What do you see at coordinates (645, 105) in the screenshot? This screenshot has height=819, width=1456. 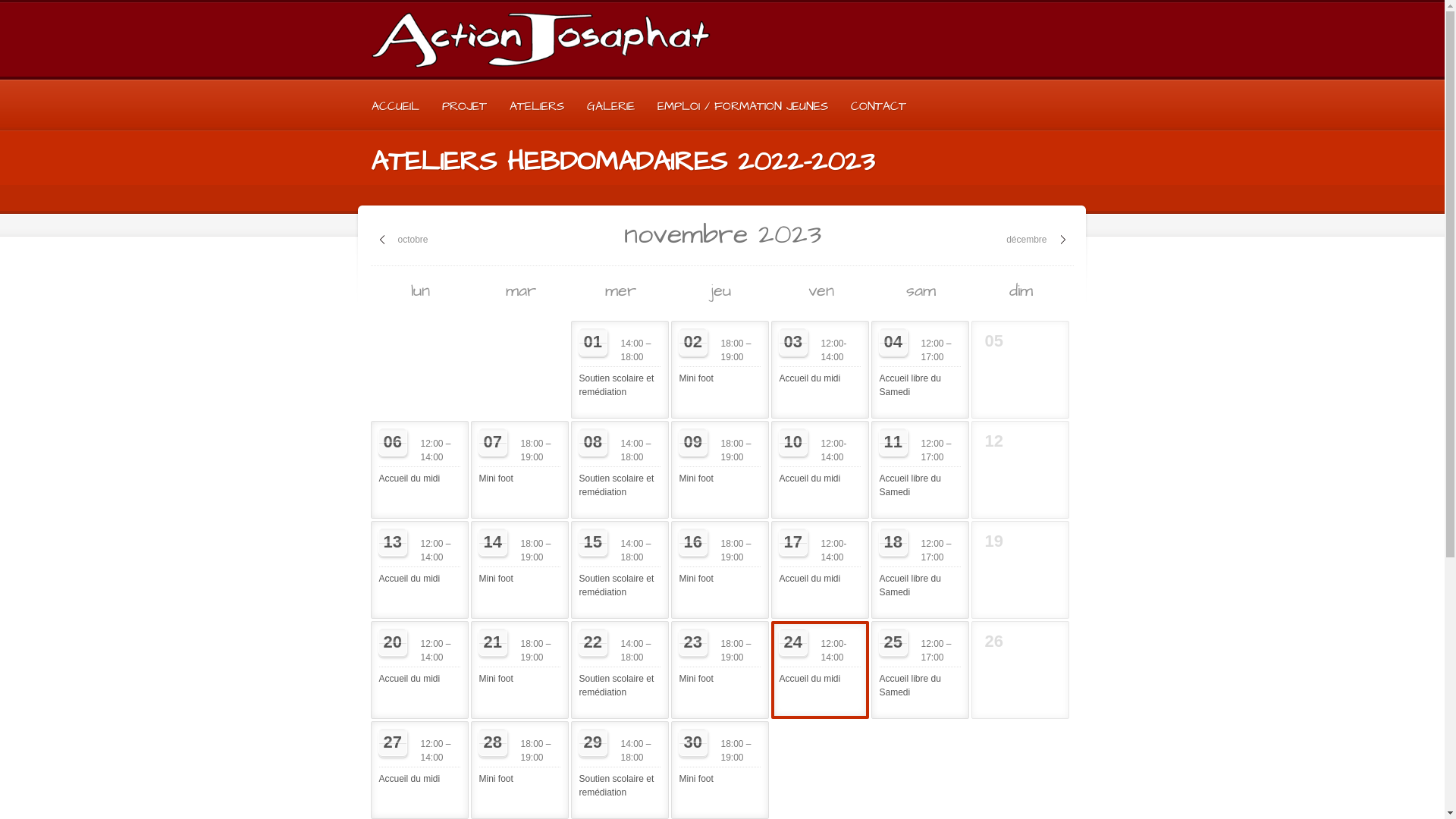 I see `'EMPLOI / FORMATION JEUNES'` at bounding box center [645, 105].